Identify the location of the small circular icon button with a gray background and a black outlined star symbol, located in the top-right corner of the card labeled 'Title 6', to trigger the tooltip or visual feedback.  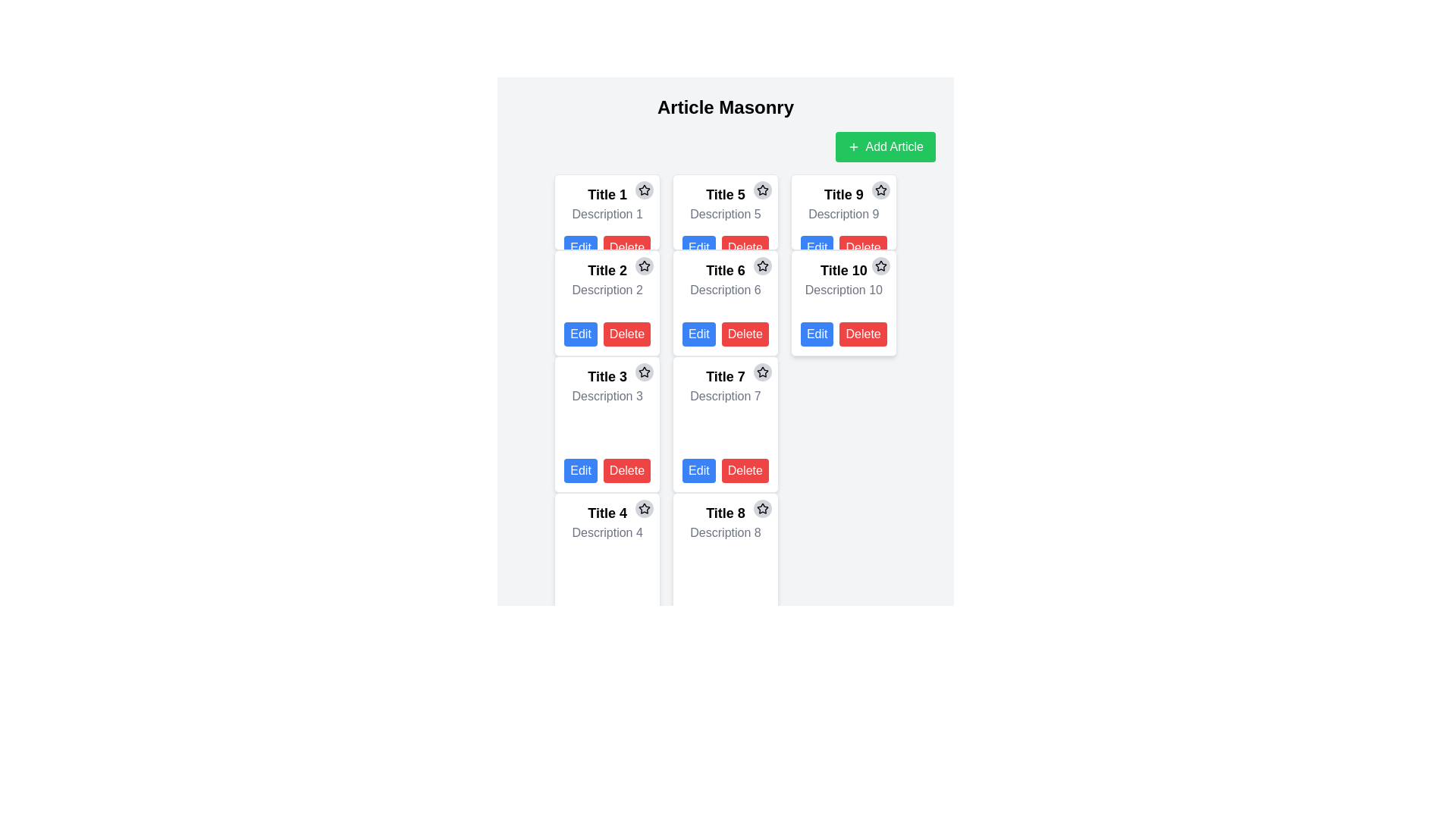
(762, 265).